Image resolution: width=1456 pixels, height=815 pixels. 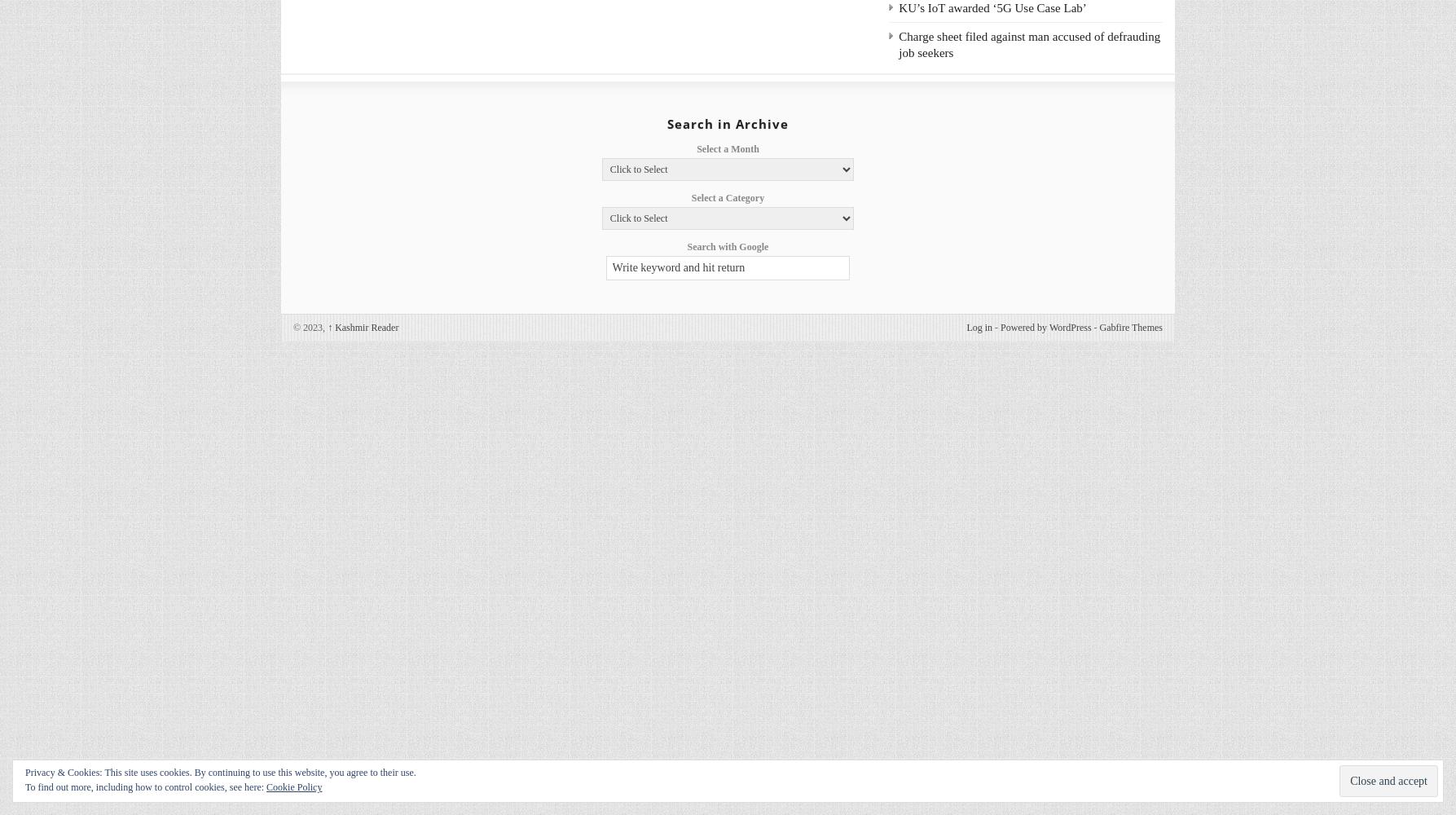 I want to click on 'Cookie Policy', so click(x=293, y=786).